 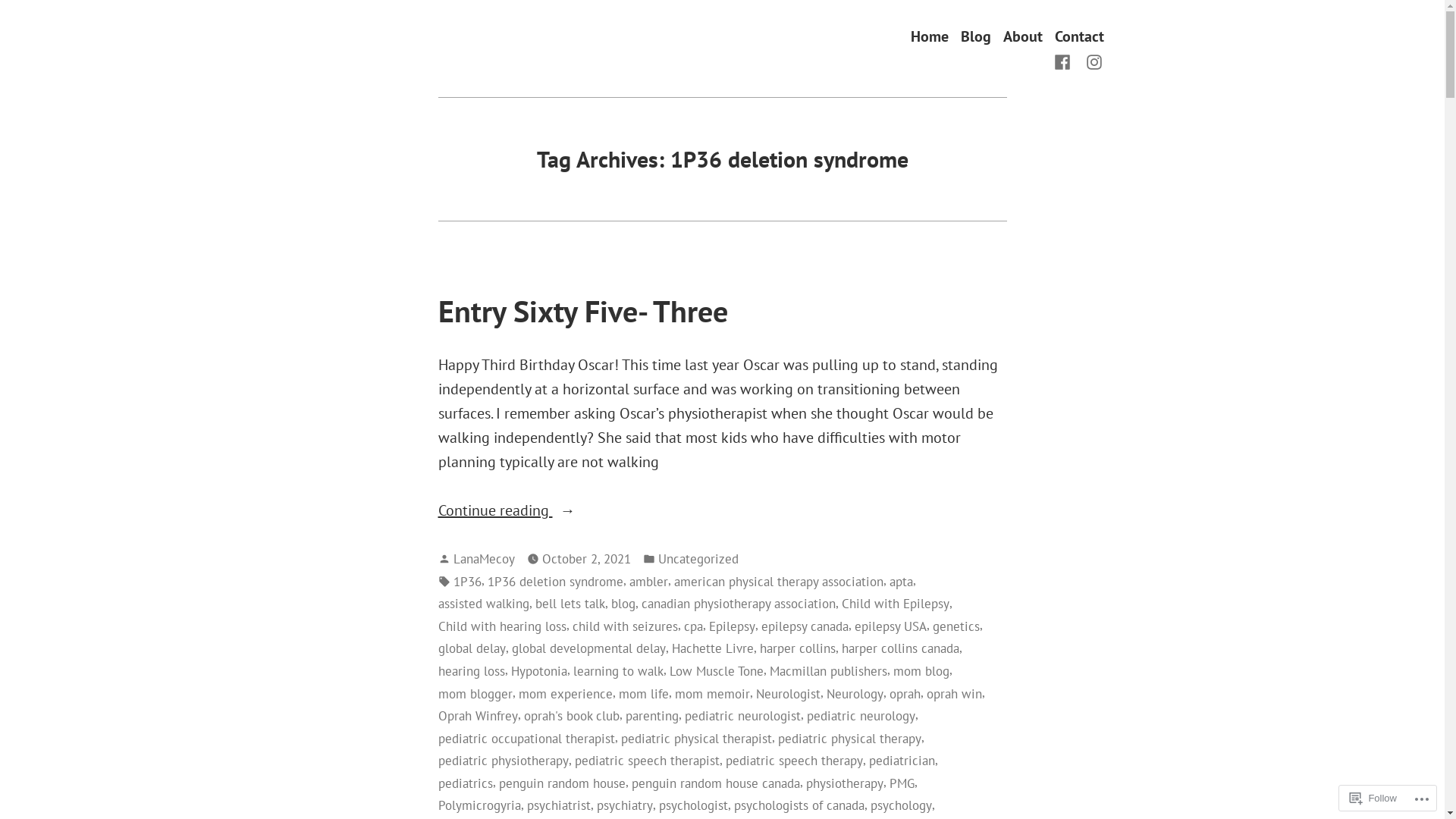 I want to click on 'pediatric speech therapy', so click(x=792, y=760).